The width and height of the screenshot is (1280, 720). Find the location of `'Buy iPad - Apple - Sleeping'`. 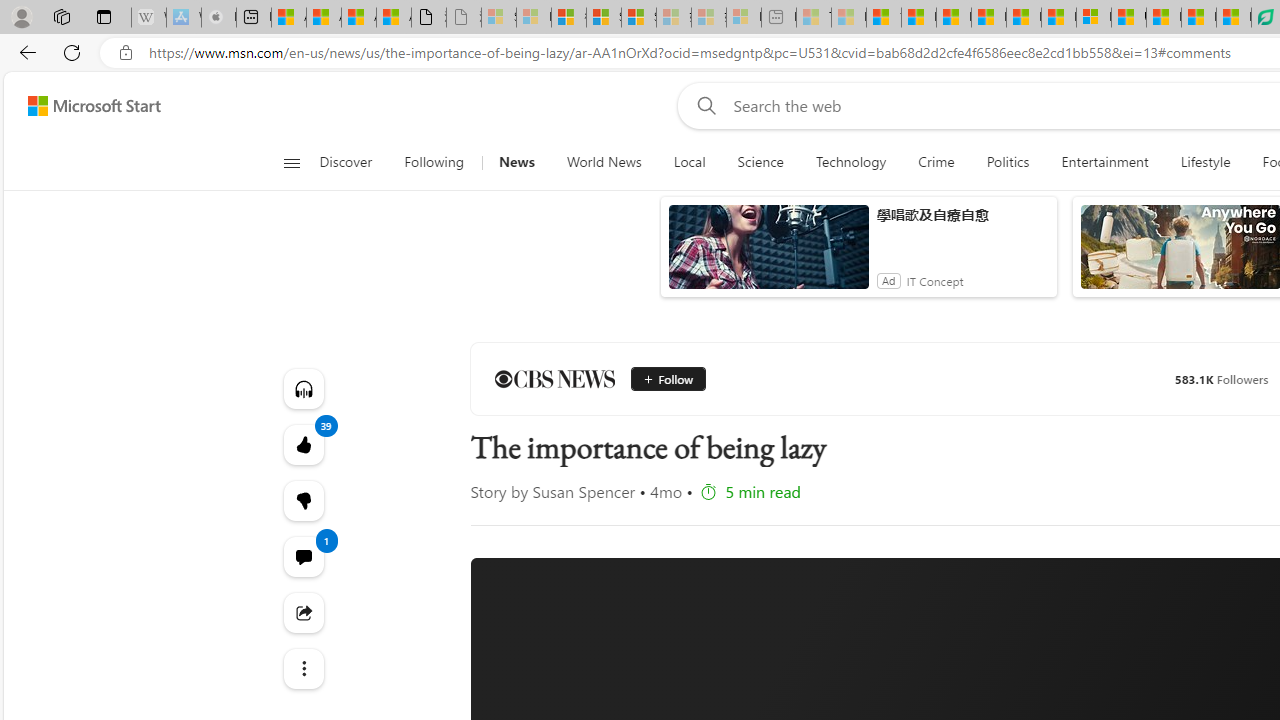

'Buy iPad - Apple - Sleeping' is located at coordinates (218, 17).